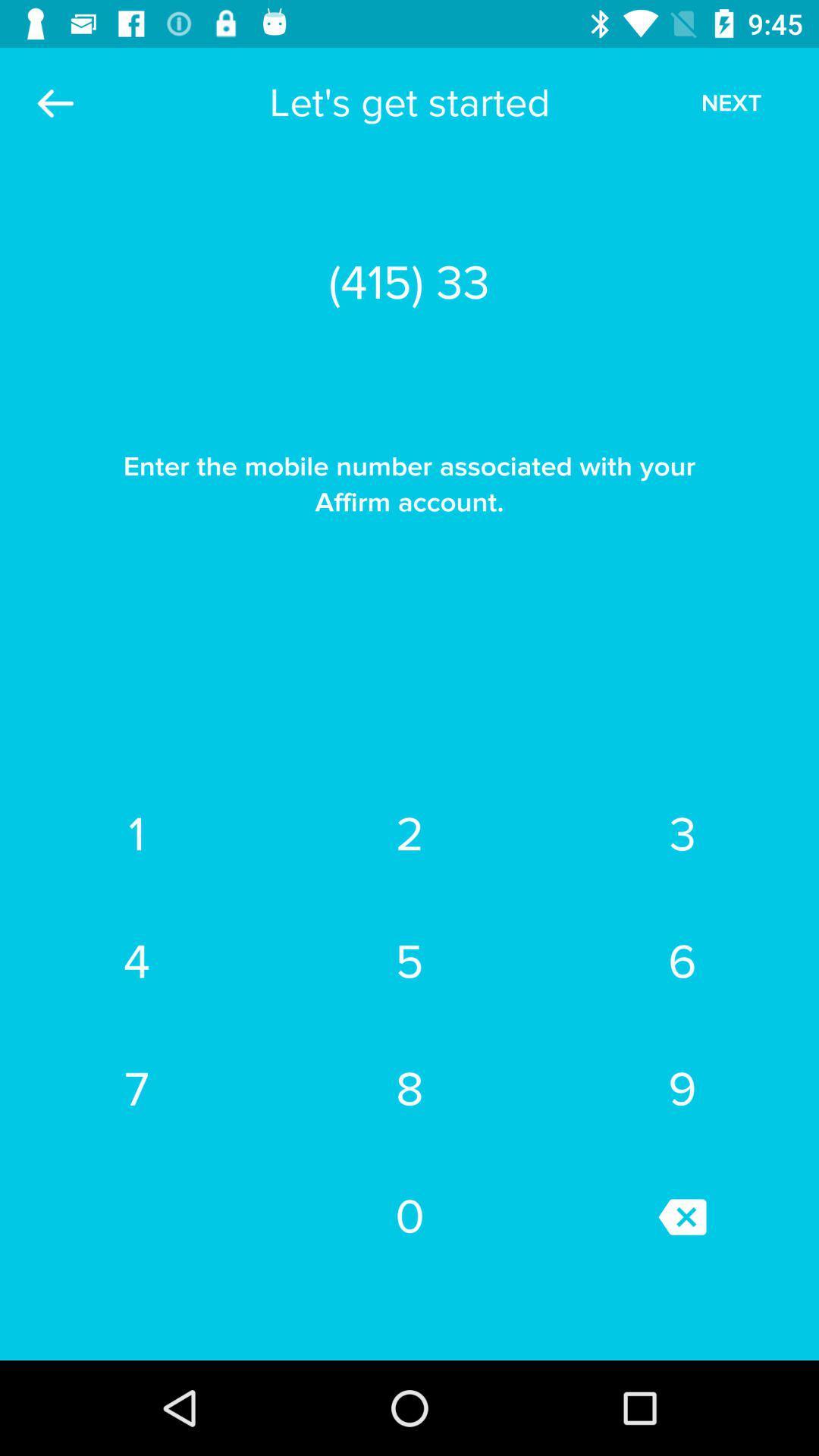 The image size is (819, 1456). Describe the element at coordinates (681, 833) in the screenshot. I see `icon below enter the mobile` at that location.